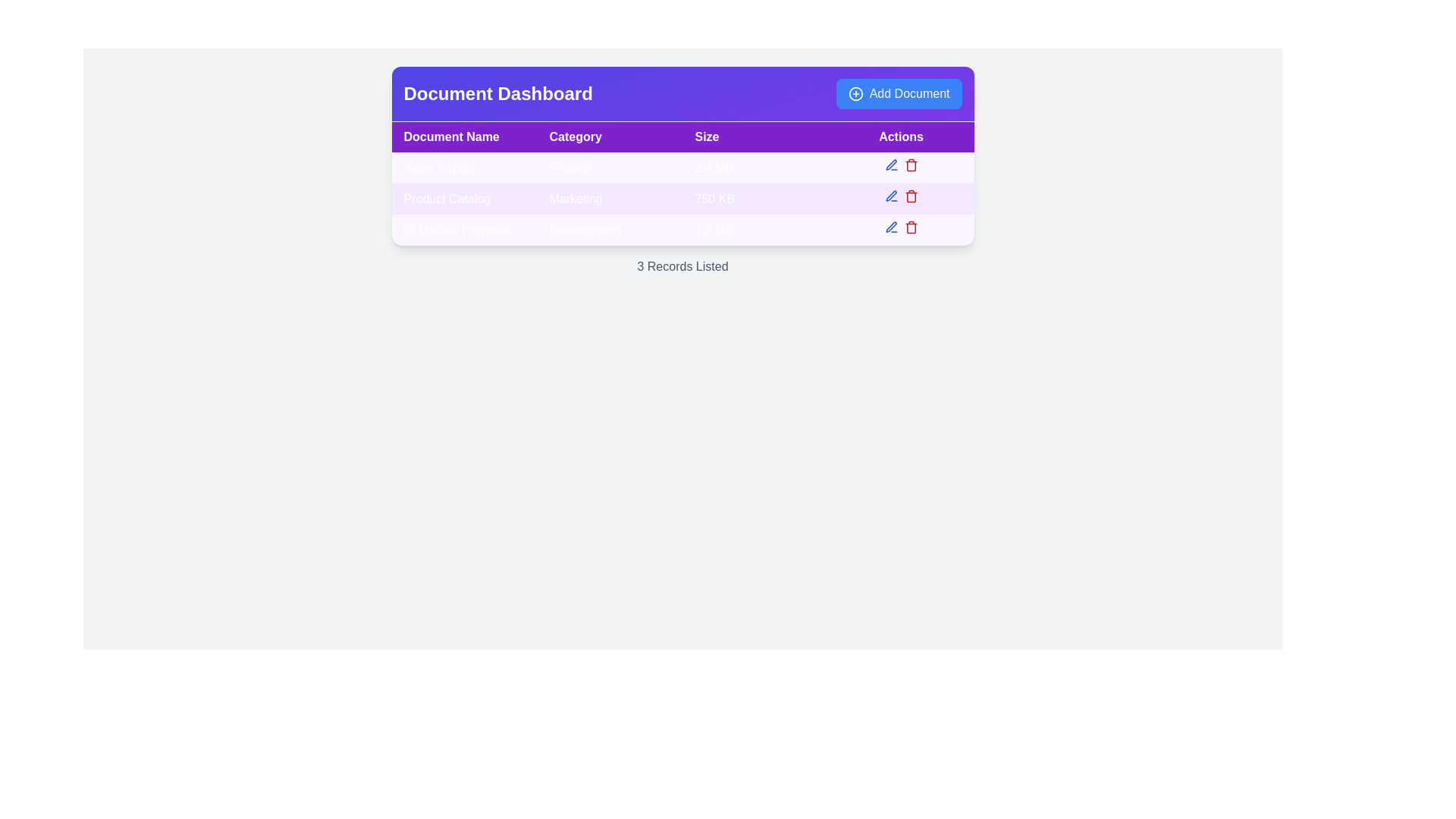  Describe the element at coordinates (682, 198) in the screenshot. I see `the details of the document represented by the second row in the document list table, which includes the document titled 'Product Catalog'` at that location.